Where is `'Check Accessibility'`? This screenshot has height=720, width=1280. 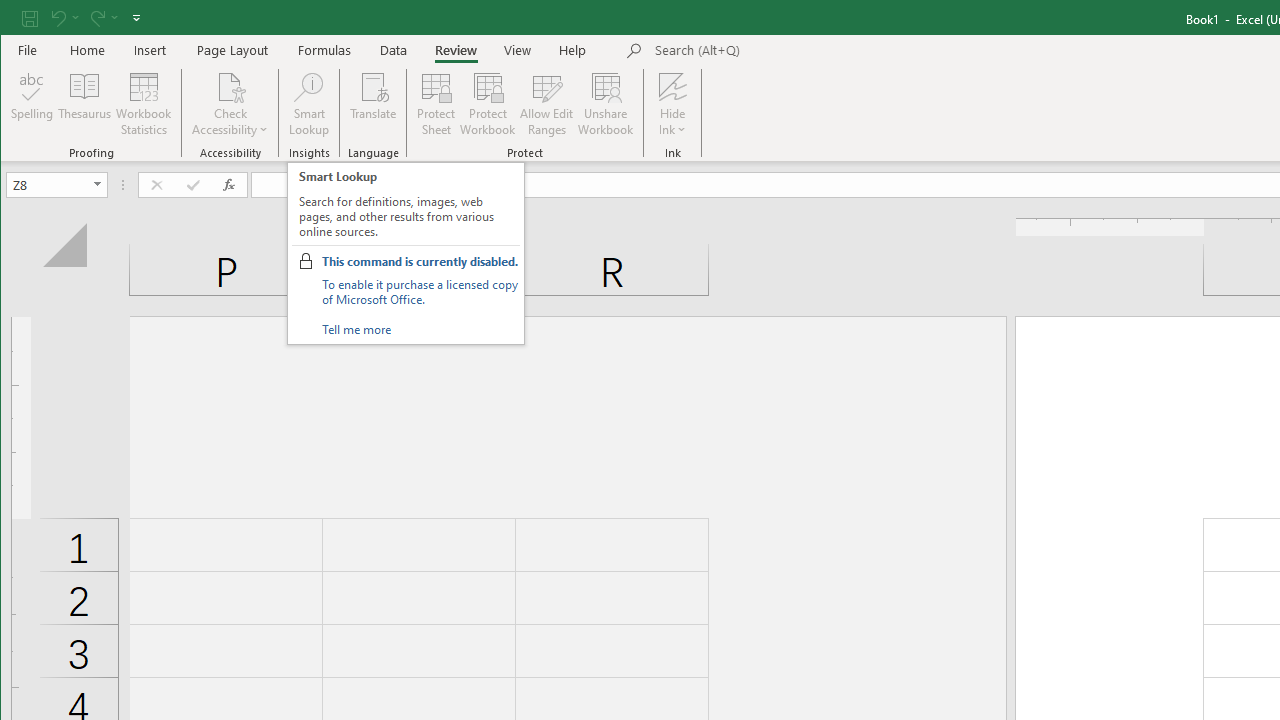
'Check Accessibility' is located at coordinates (230, 104).